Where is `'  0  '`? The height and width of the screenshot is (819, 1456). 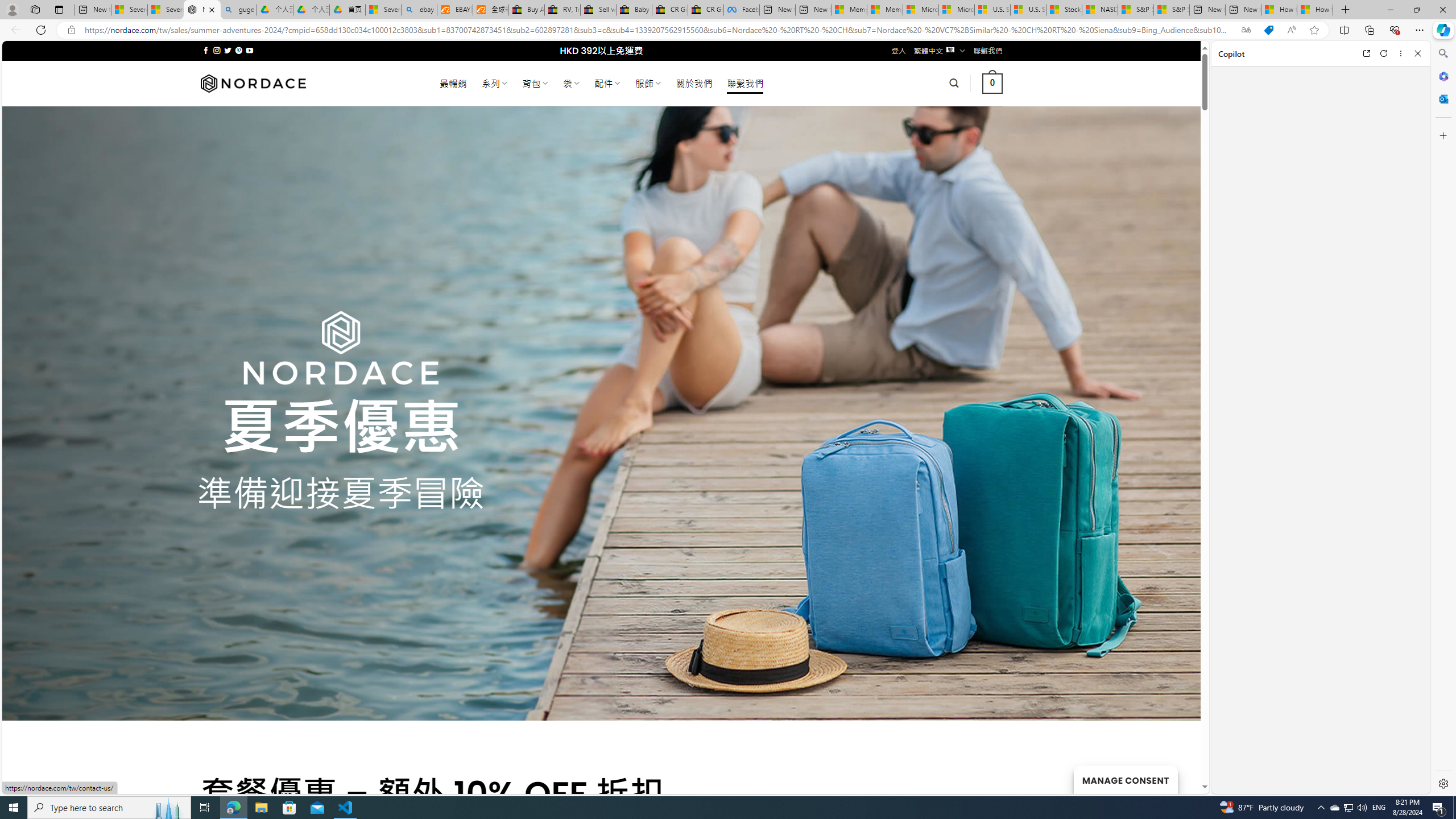
'  0  ' is located at coordinates (992, 82).